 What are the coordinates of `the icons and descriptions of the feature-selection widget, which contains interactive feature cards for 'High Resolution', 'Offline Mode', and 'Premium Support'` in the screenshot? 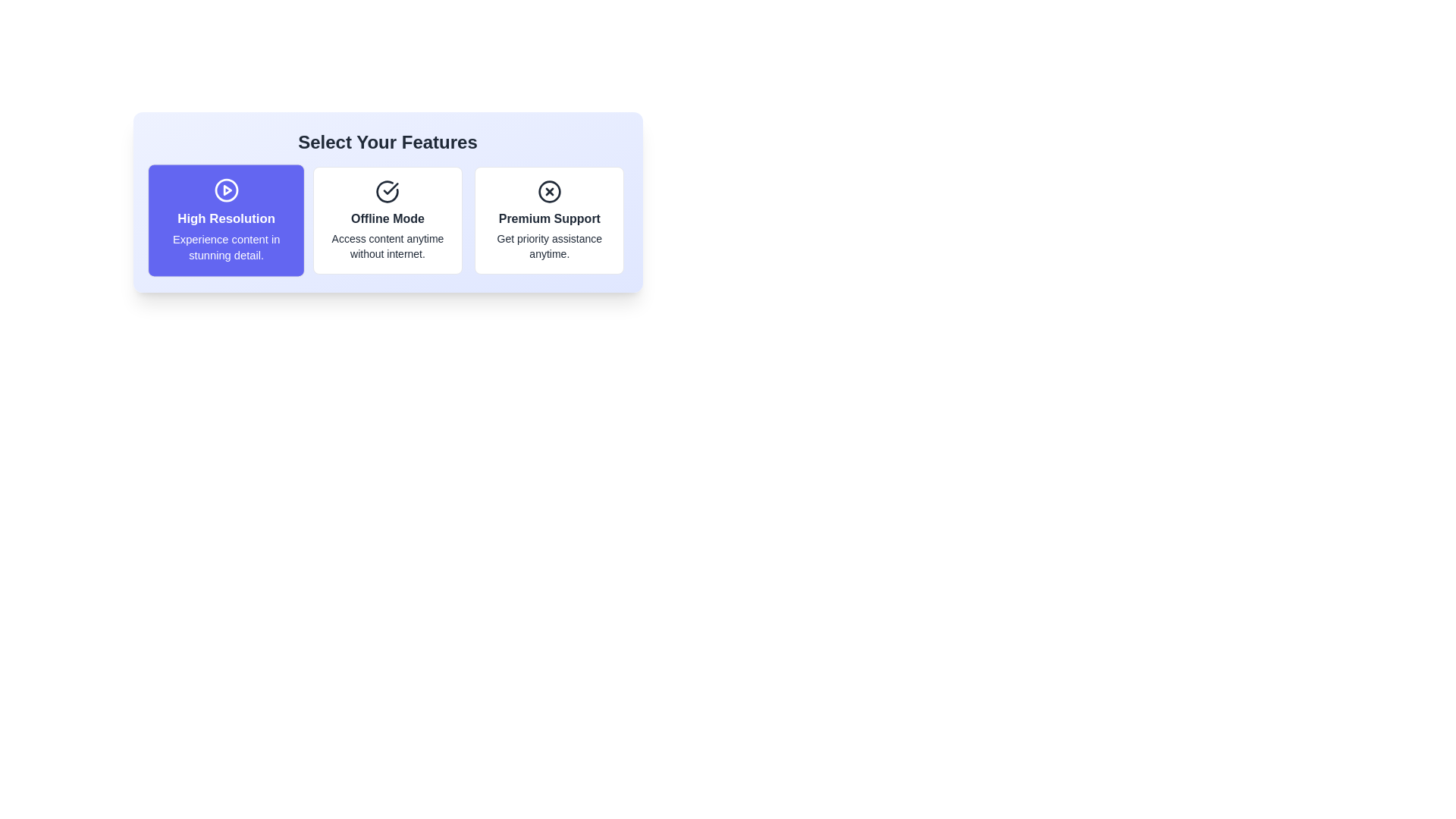 It's located at (388, 201).